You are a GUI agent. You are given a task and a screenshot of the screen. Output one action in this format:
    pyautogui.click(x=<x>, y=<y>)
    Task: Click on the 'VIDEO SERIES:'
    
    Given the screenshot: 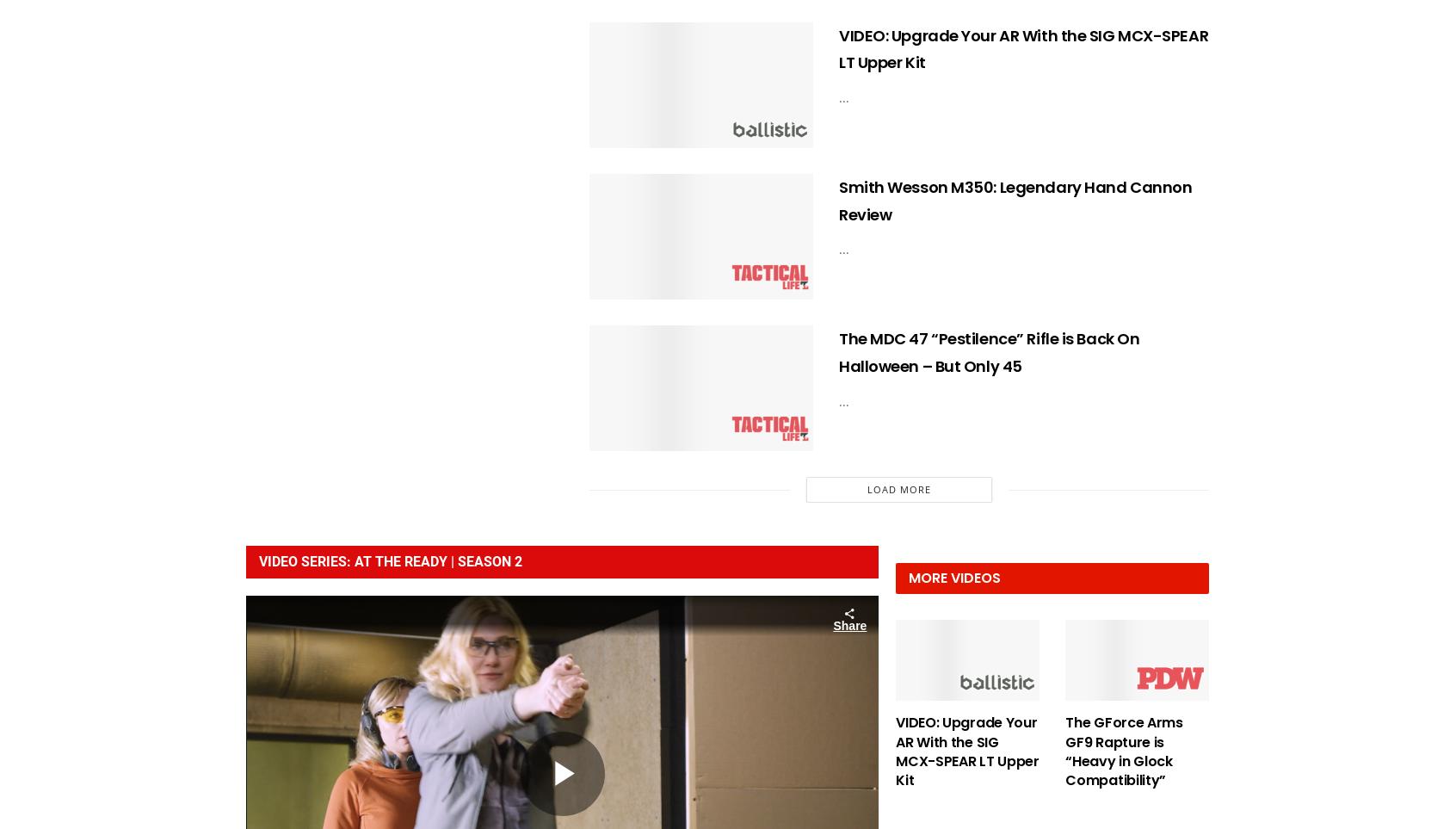 What is the action you would take?
    pyautogui.click(x=306, y=560)
    